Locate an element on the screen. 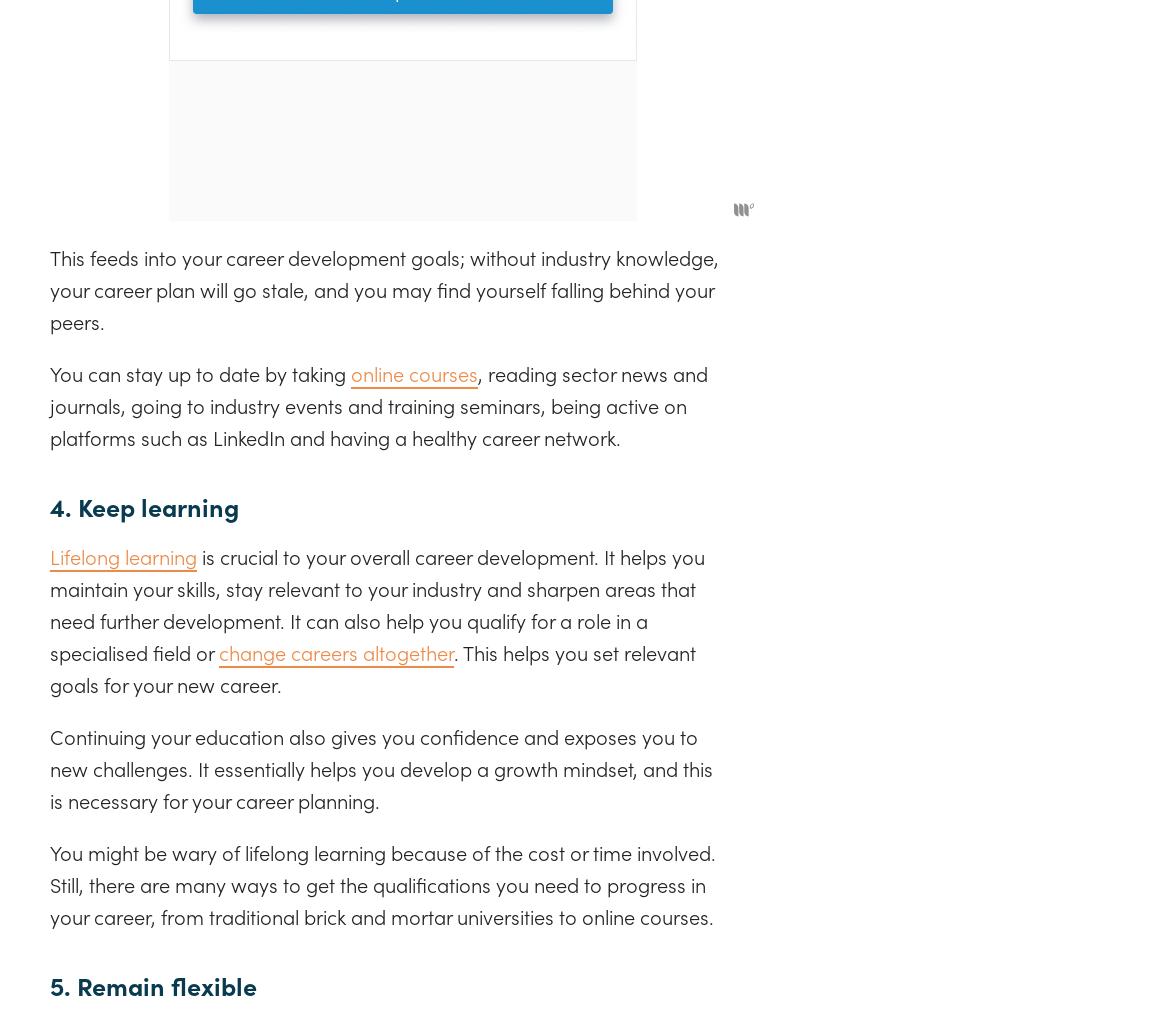  'change careers altogether' is located at coordinates (336, 650).